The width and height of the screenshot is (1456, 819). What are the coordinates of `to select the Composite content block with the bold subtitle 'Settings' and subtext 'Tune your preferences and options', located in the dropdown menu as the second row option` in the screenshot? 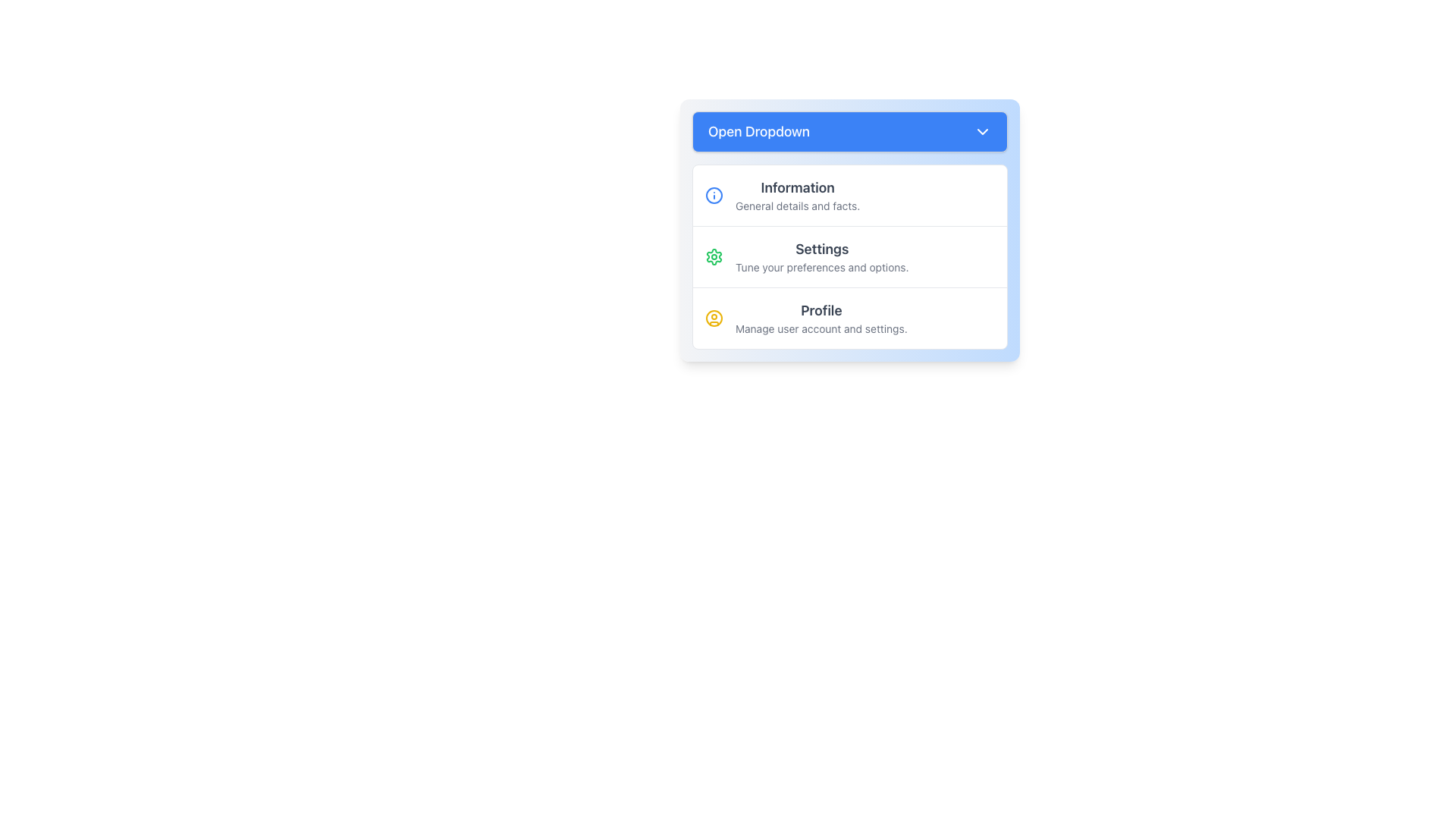 It's located at (821, 256).